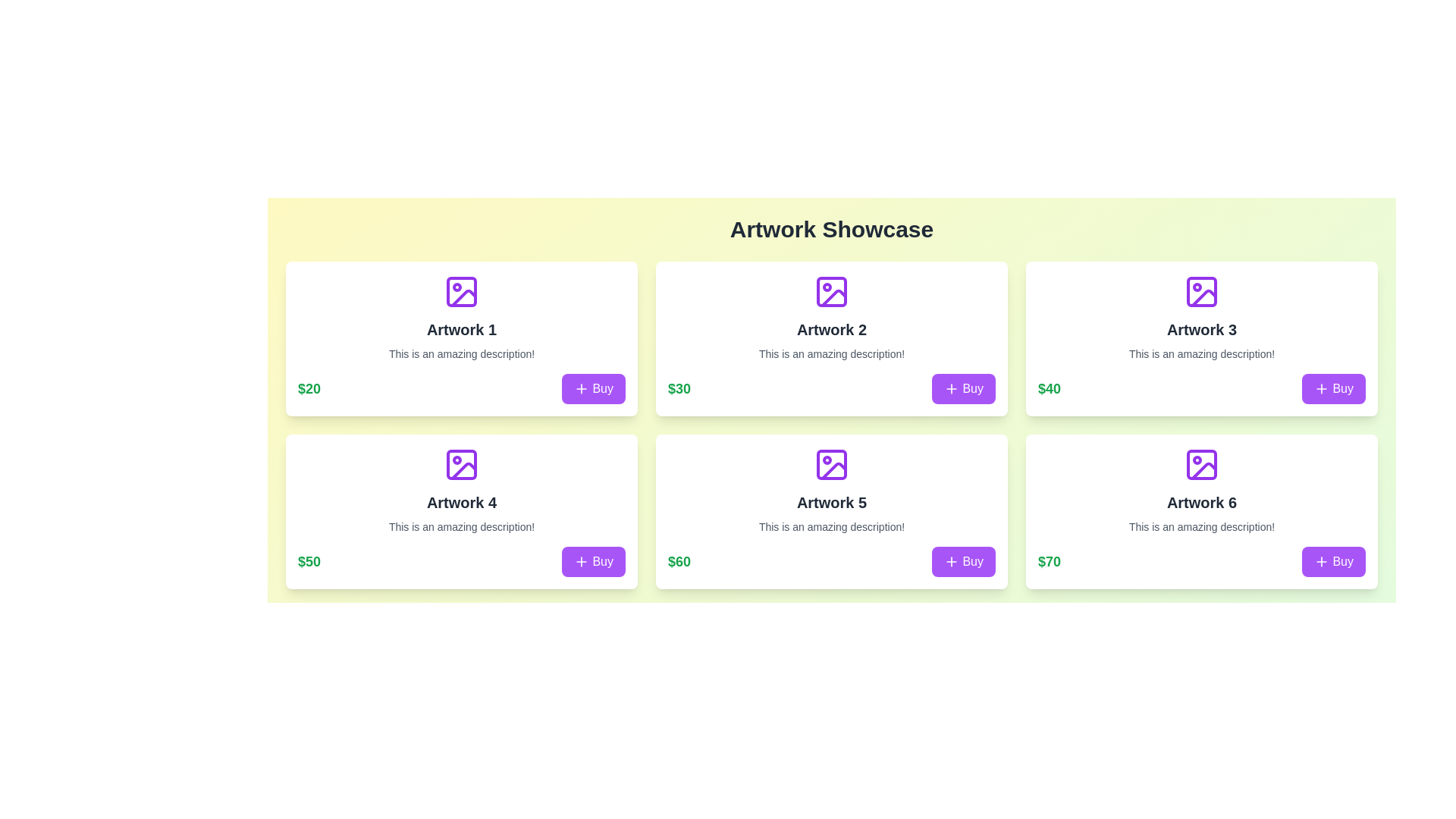  Describe the element at coordinates (461, 353) in the screenshot. I see `the text element located in the first card in the grid on the top-left, which is directly below 'Artwork 1' and above the price label '$20'` at that location.